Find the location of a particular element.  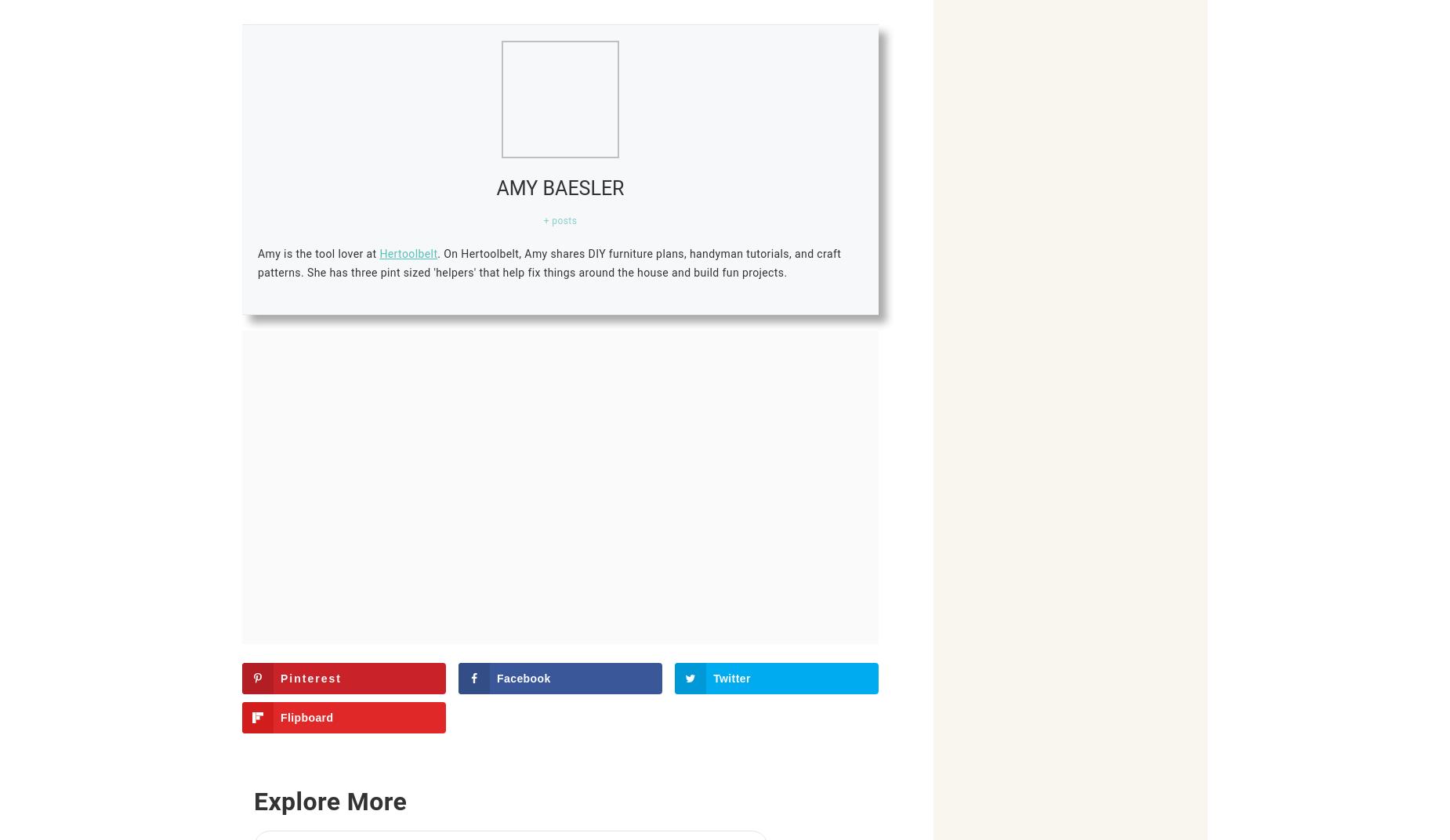

'+ posts' is located at coordinates (560, 219).